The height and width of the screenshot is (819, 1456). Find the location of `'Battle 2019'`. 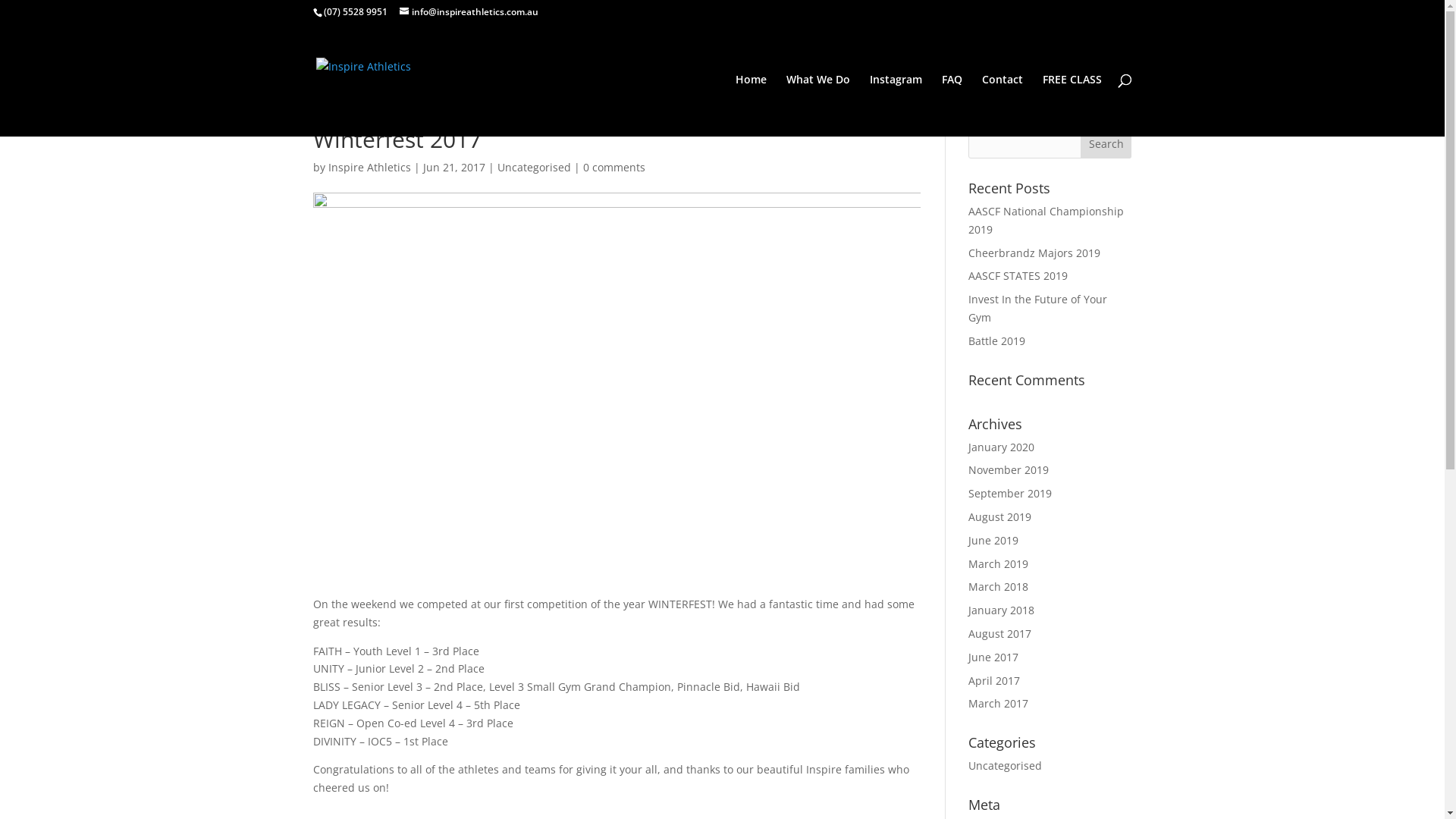

'Battle 2019' is located at coordinates (967, 340).